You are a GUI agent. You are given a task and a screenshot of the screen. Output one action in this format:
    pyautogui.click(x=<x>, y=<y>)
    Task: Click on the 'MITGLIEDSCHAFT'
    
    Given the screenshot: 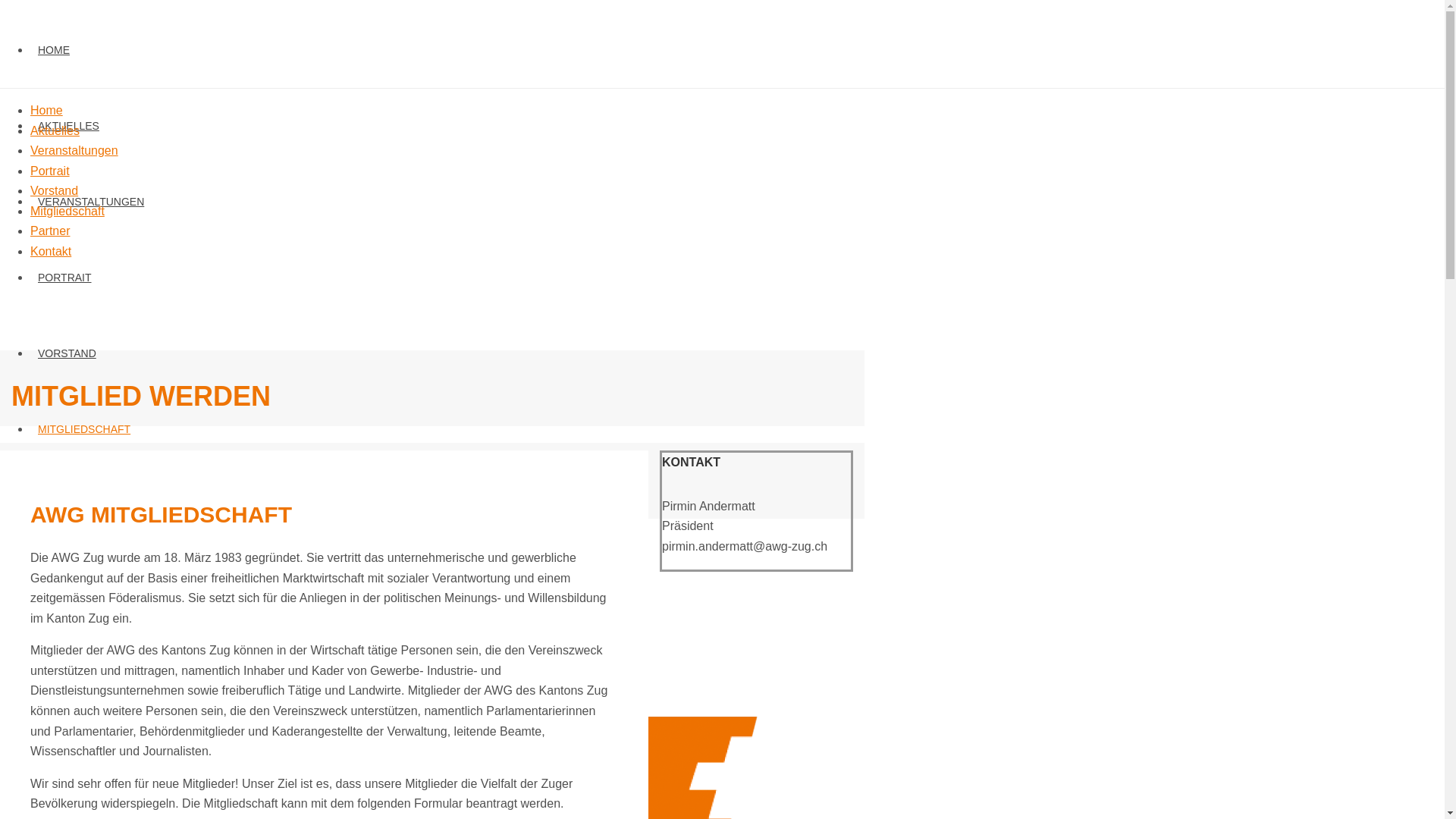 What is the action you would take?
    pyautogui.click(x=83, y=429)
    